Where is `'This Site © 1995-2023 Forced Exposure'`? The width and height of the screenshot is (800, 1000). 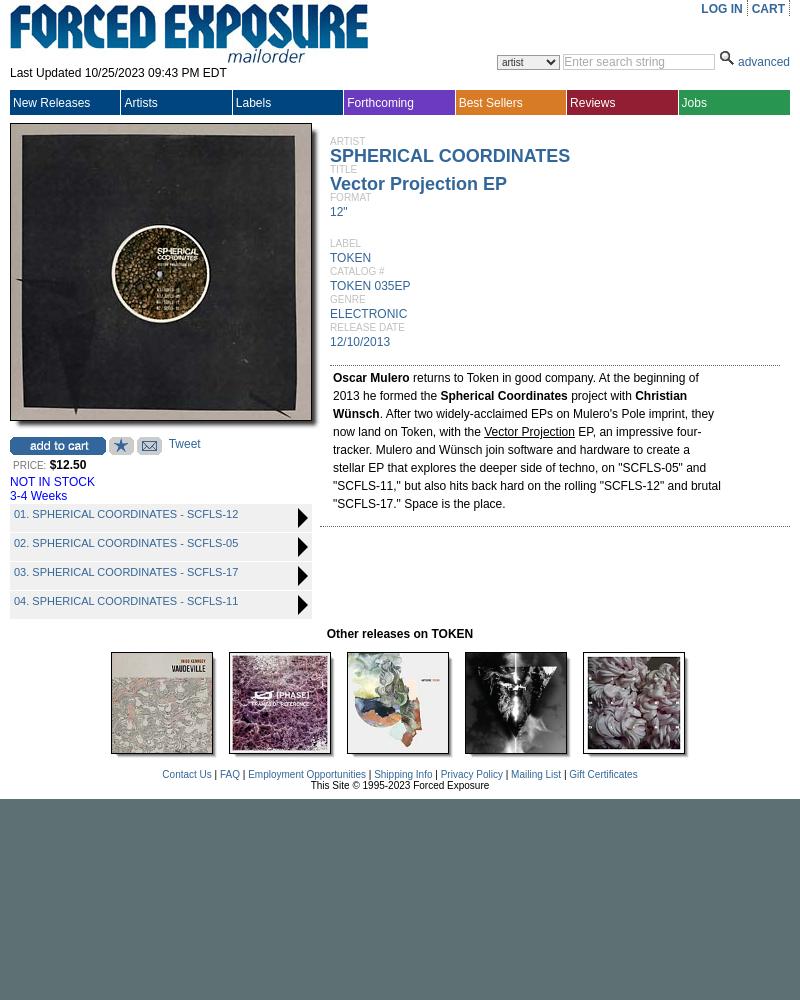 'This Site © 1995-2023 Forced Exposure' is located at coordinates (398, 785).